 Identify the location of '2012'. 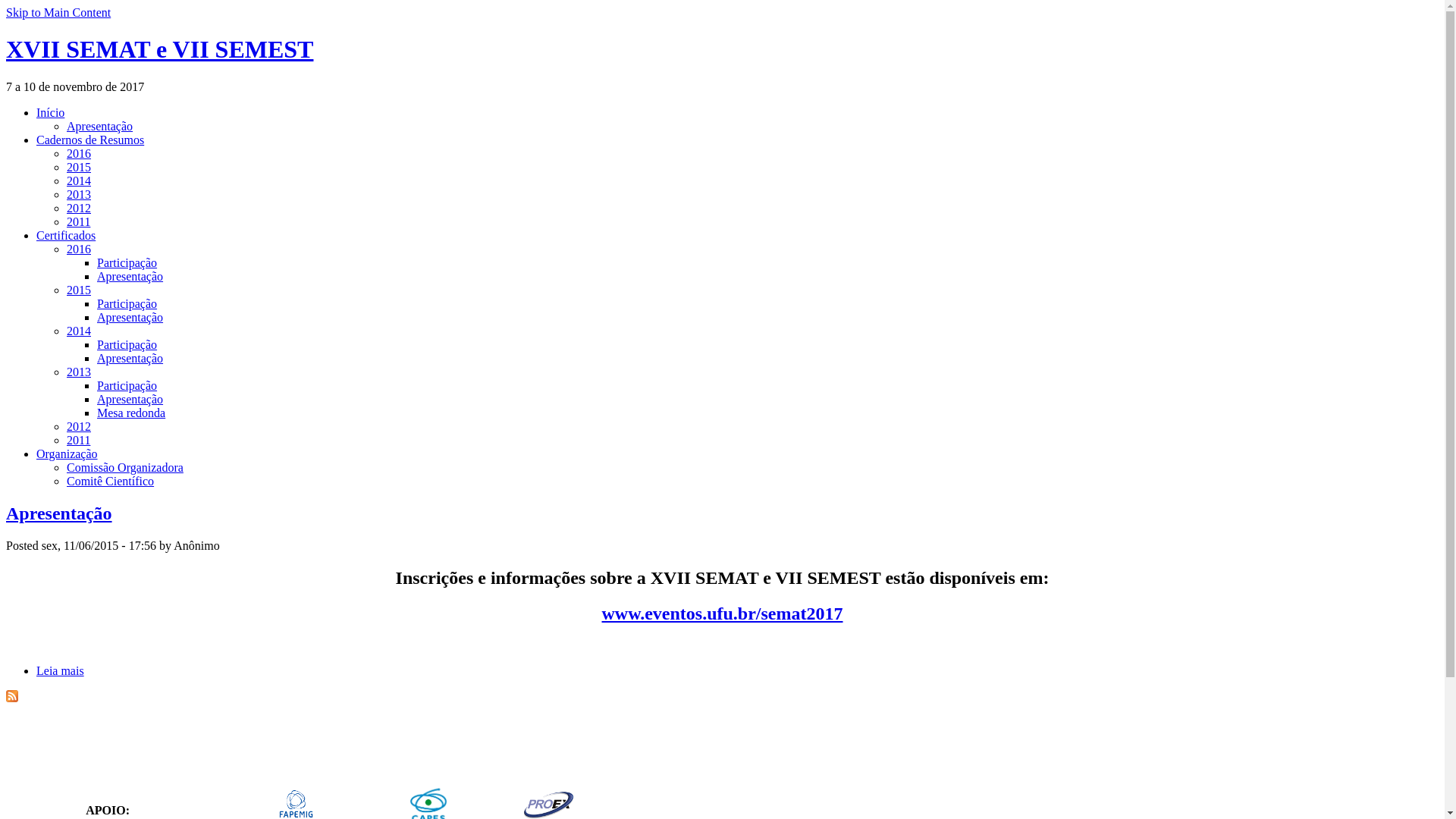
(78, 208).